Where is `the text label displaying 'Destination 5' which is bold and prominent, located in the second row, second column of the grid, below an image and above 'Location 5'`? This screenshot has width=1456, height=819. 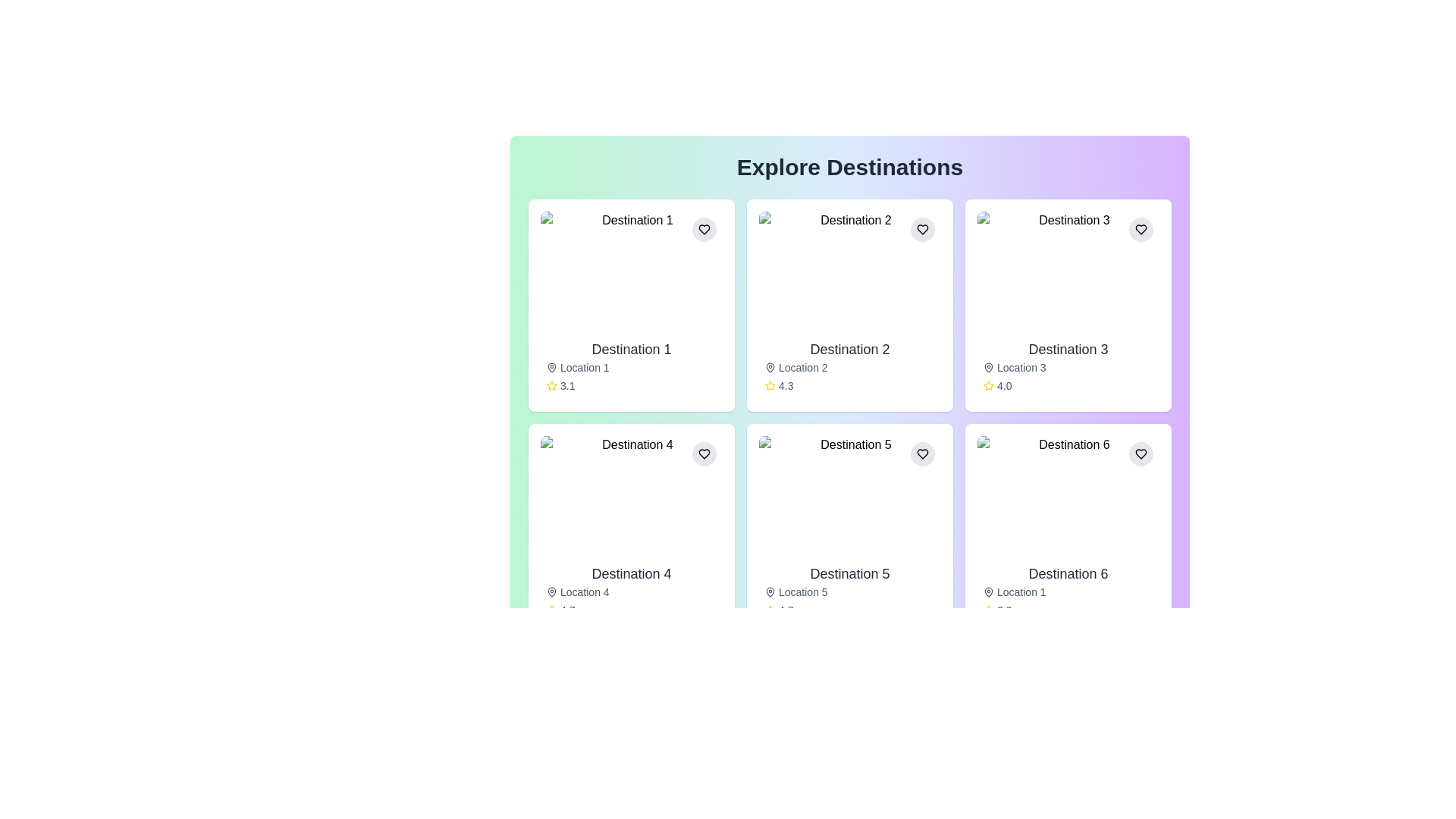
the text label displaying 'Destination 5' which is bold and prominent, located in the second row, second column of the grid, below an image and above 'Location 5' is located at coordinates (850, 573).